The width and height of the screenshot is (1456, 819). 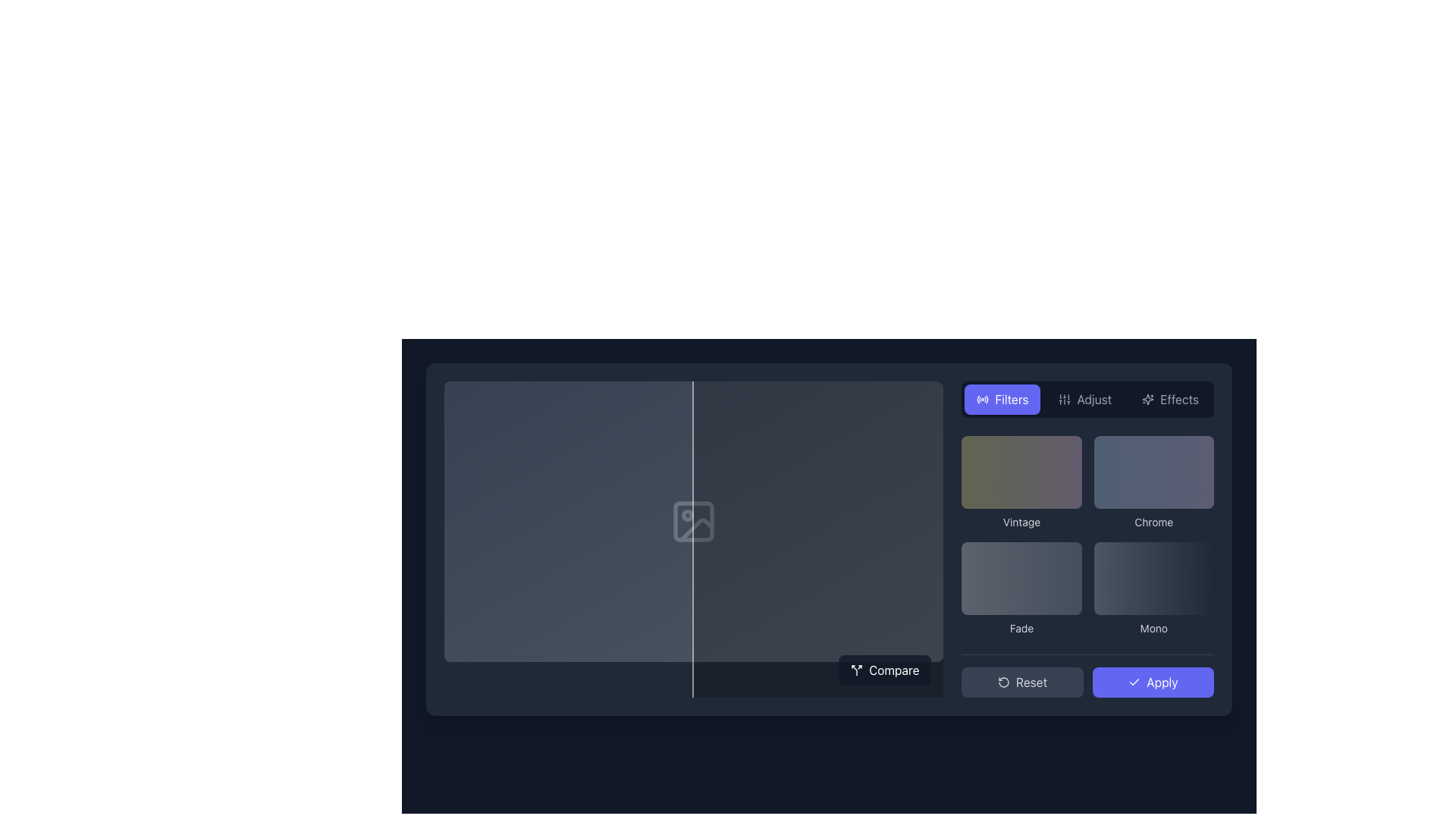 What do you see at coordinates (1148, 399) in the screenshot?
I see `the small, stylized sparkle or star icon located within the 'Effects' button, positioned to the left of the textual label 'Effects'` at bounding box center [1148, 399].